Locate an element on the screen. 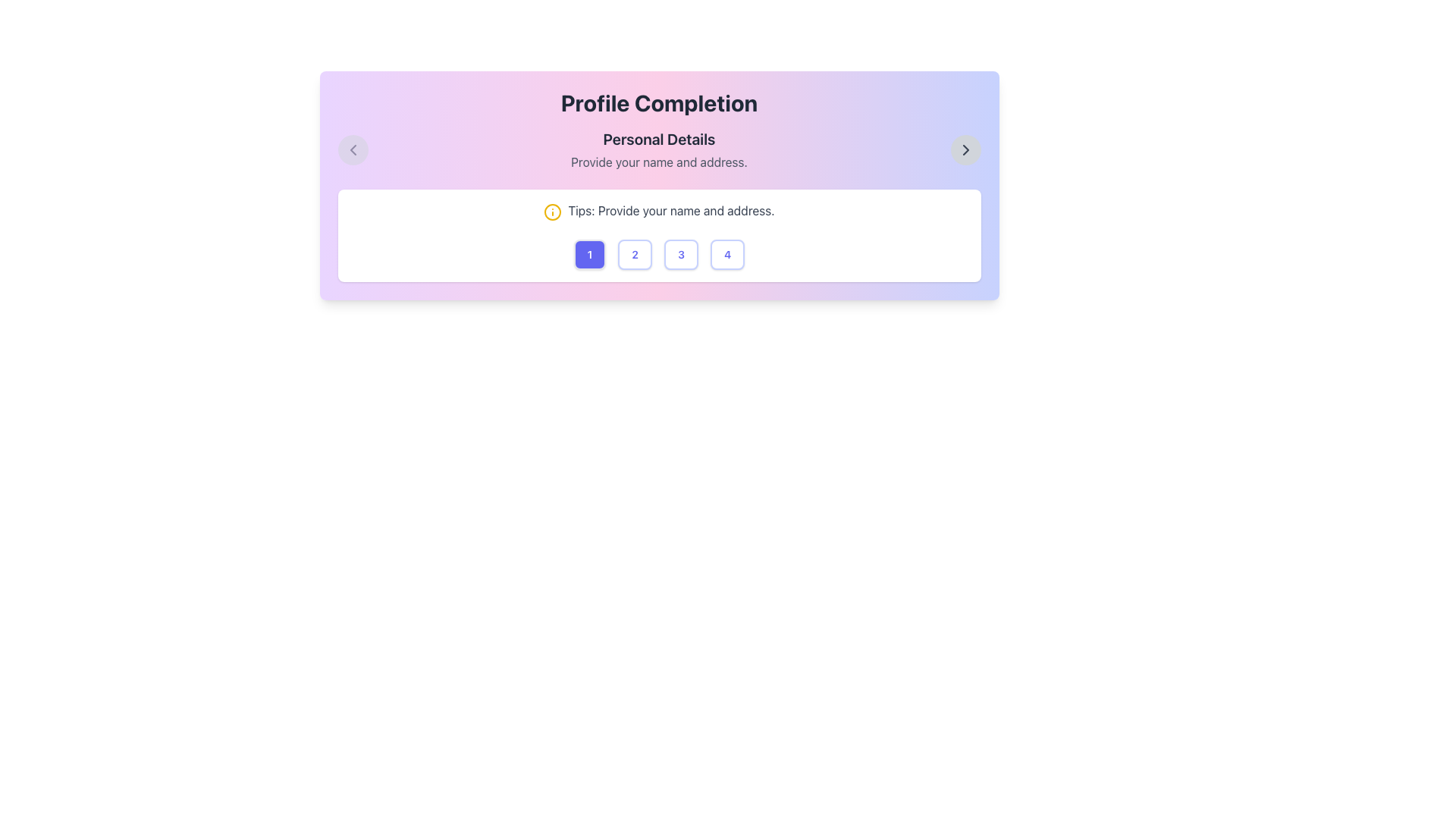  the forward navigation button located near the top-right corner of the highlighted section, adjacent to the 'Profile Completion' text is located at coordinates (965, 149).